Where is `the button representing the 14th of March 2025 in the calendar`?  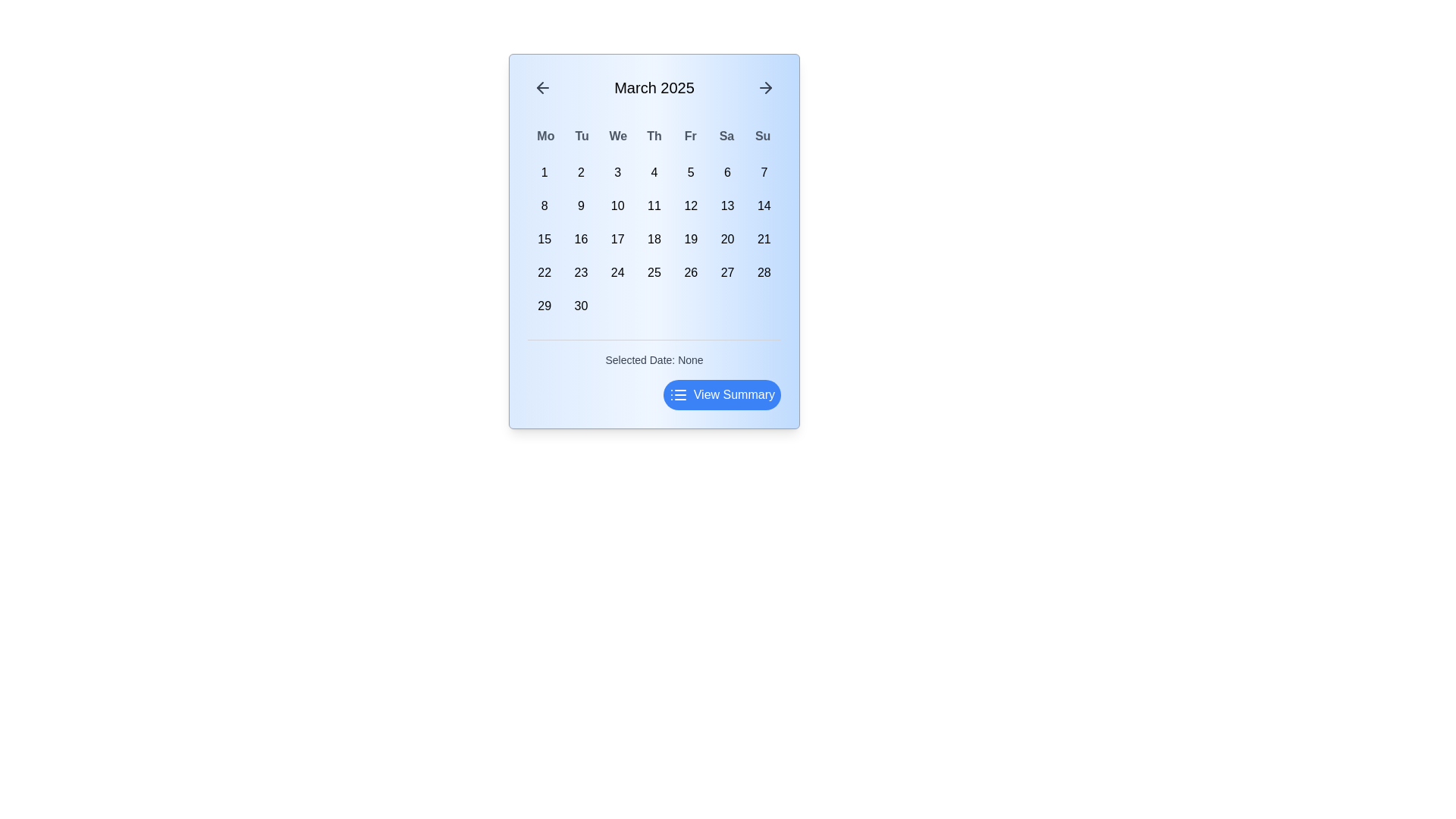
the button representing the 14th of March 2025 in the calendar is located at coordinates (764, 206).